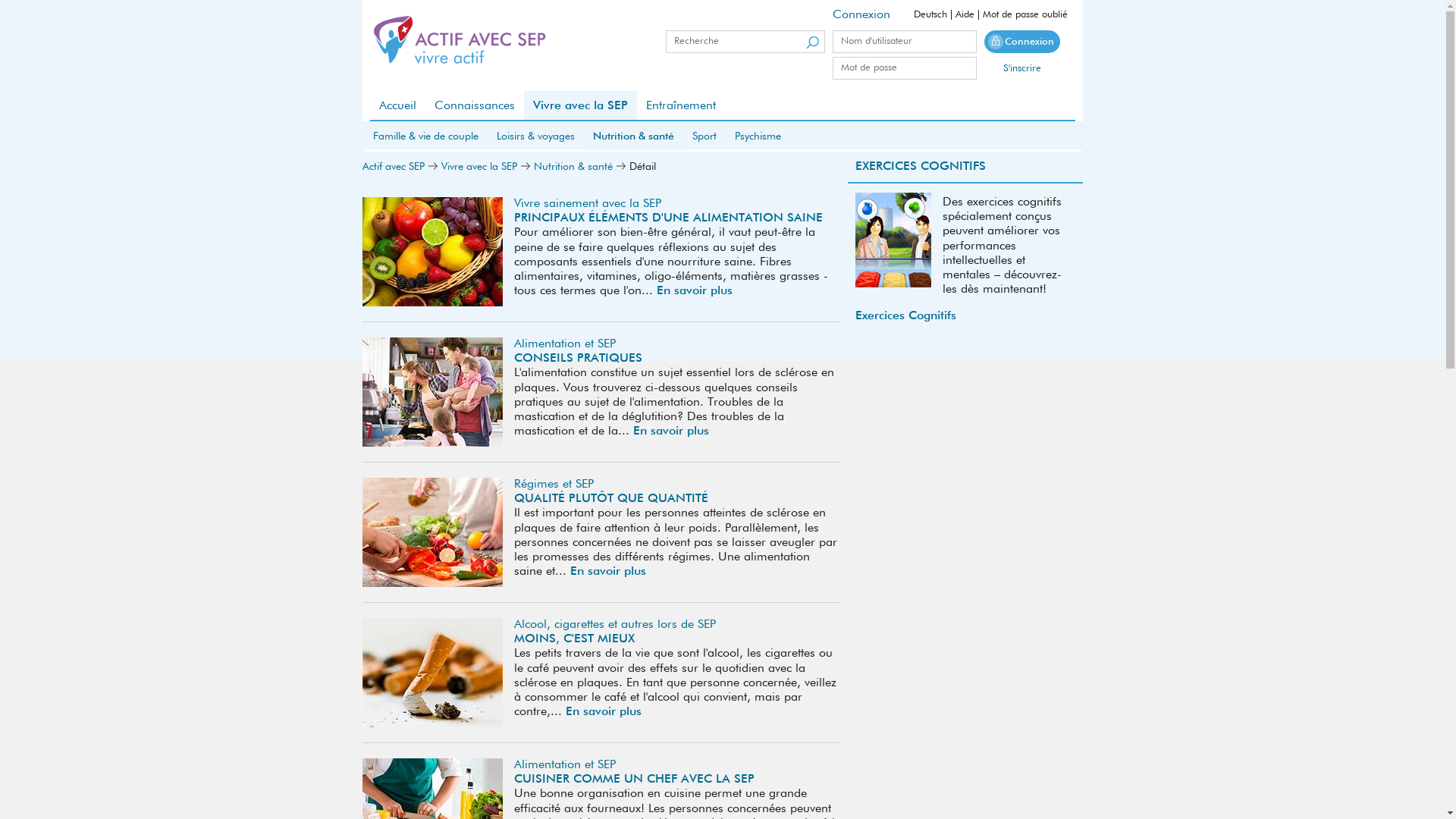 The width and height of the screenshot is (1456, 819). What do you see at coordinates (847, 242) in the screenshot?
I see `'Aufmerksamkeit'` at bounding box center [847, 242].